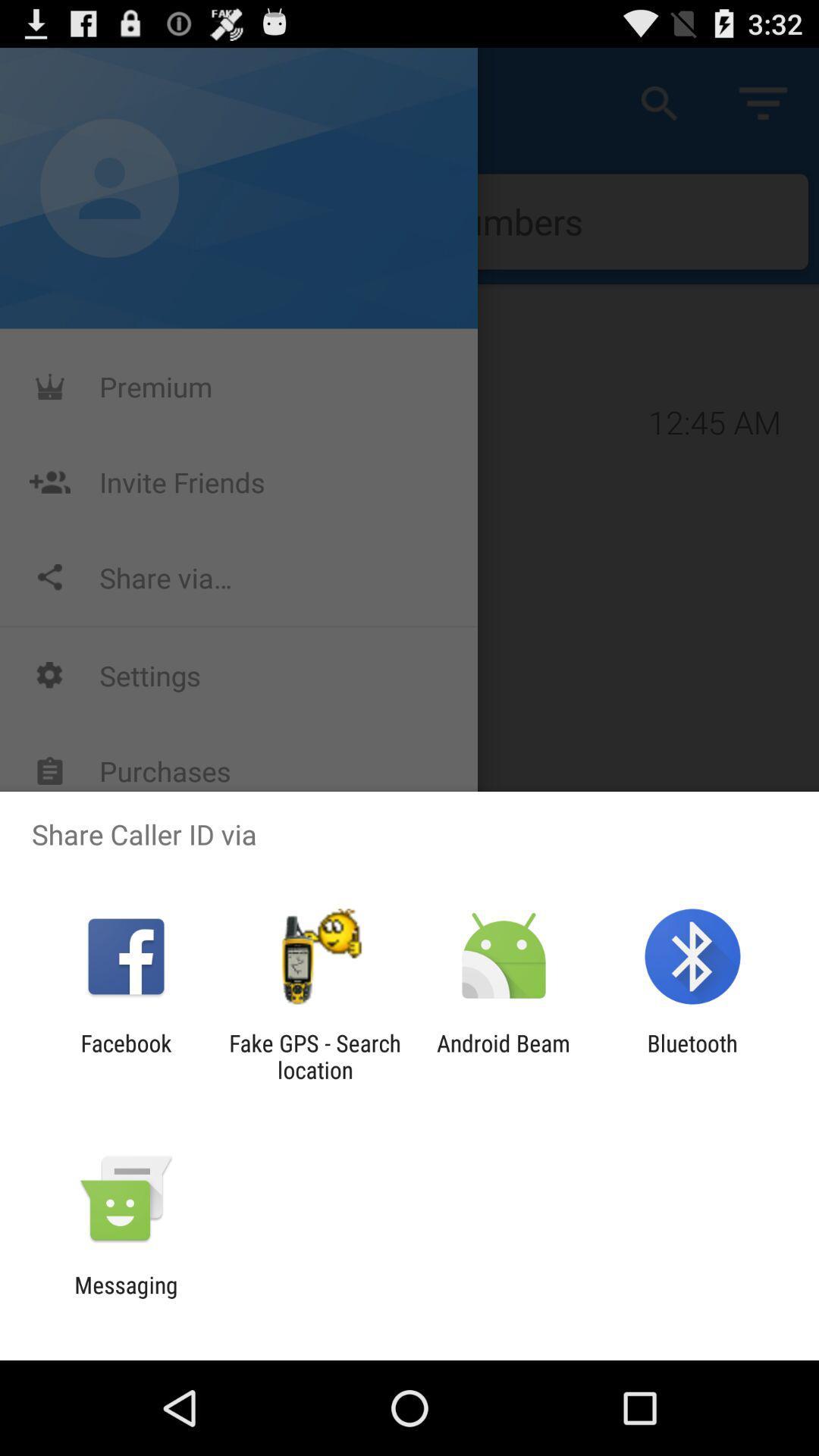 The image size is (819, 1456). Describe the element at coordinates (125, 1056) in the screenshot. I see `the facebook app` at that location.